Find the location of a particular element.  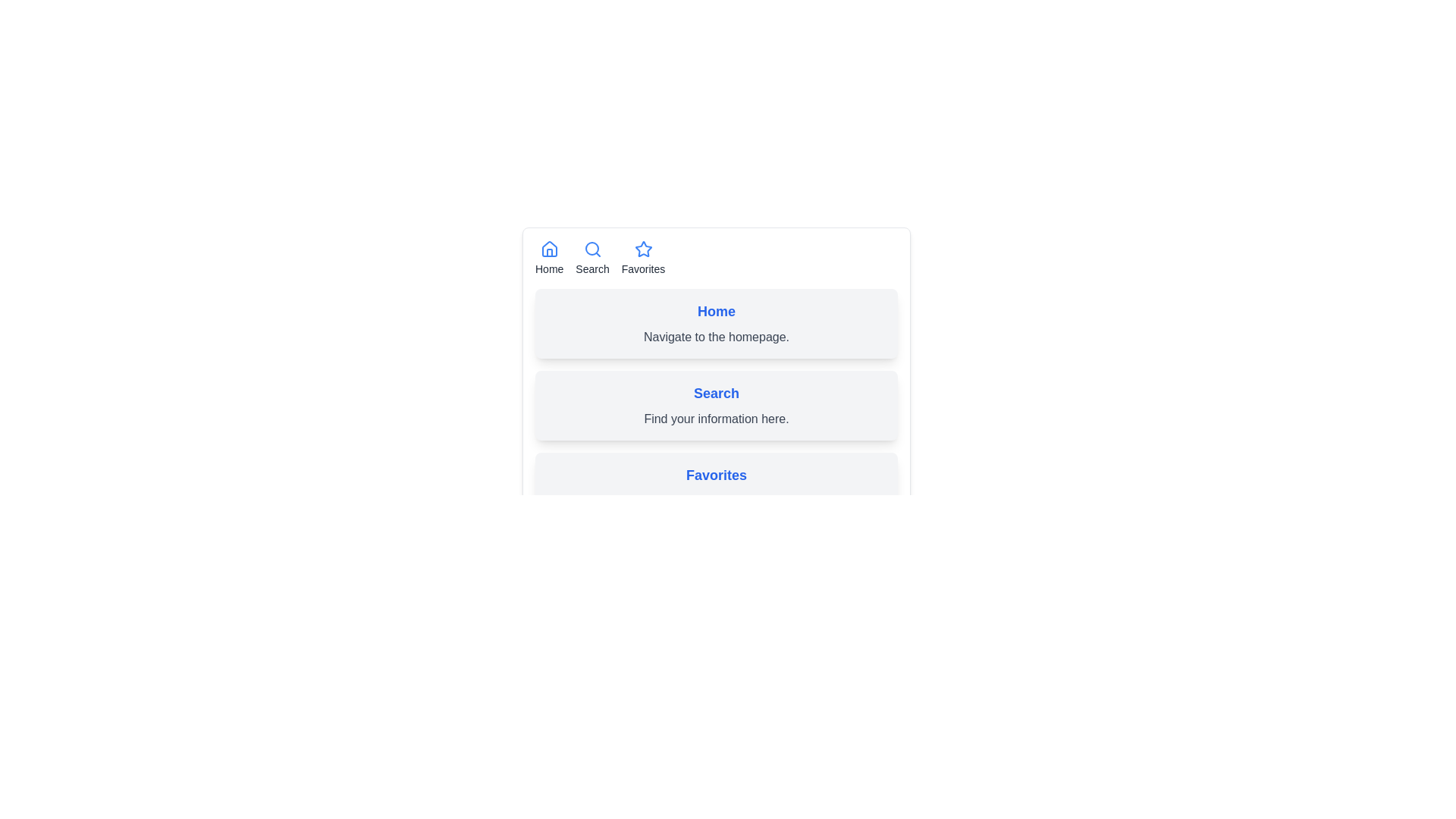

the magnifying glass icon located in the horizontal navigation bar at the top of the interface is located at coordinates (591, 248).